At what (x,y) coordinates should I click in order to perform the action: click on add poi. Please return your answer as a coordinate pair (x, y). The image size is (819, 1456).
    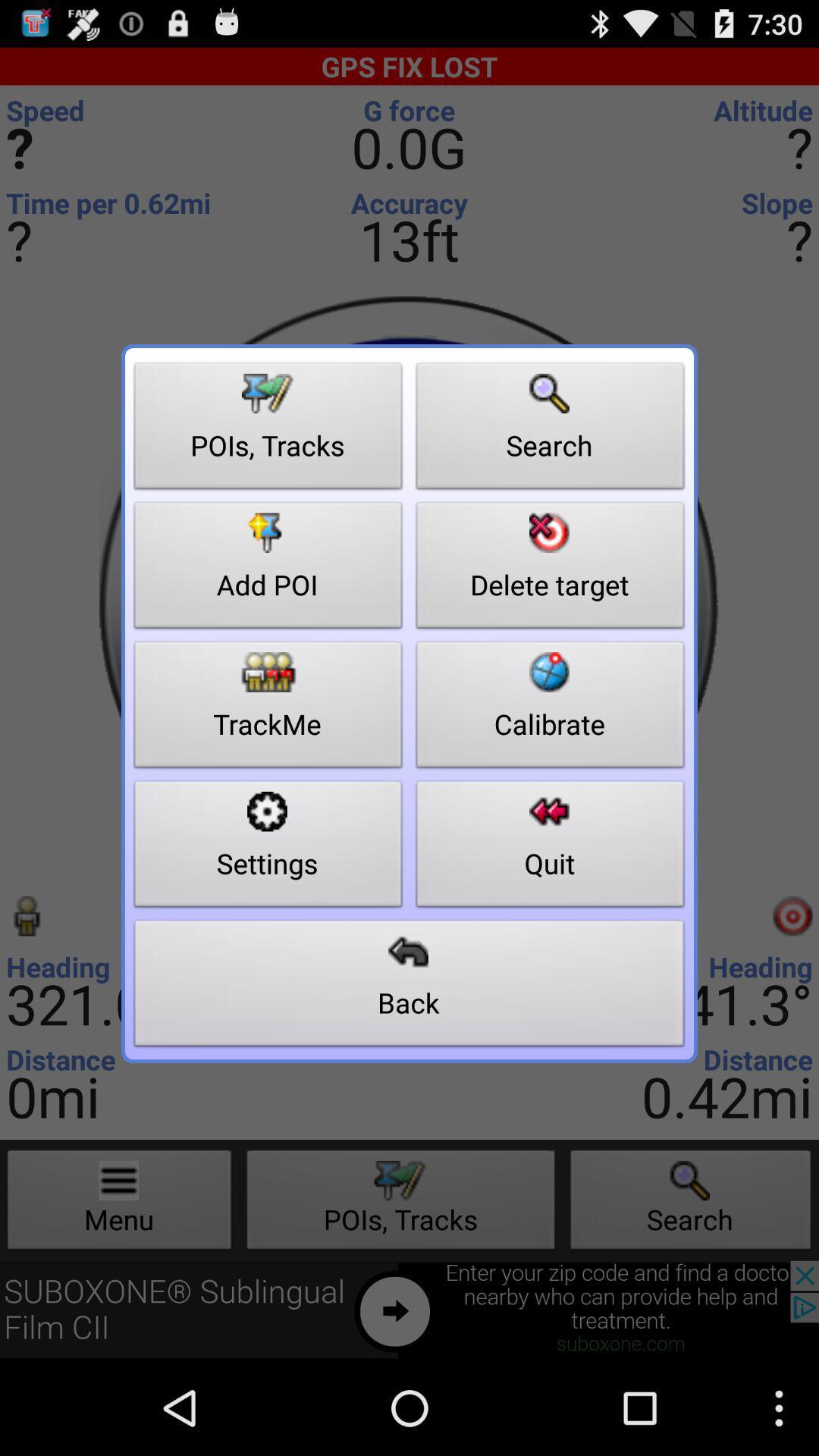
    Looking at the image, I should click on (268, 569).